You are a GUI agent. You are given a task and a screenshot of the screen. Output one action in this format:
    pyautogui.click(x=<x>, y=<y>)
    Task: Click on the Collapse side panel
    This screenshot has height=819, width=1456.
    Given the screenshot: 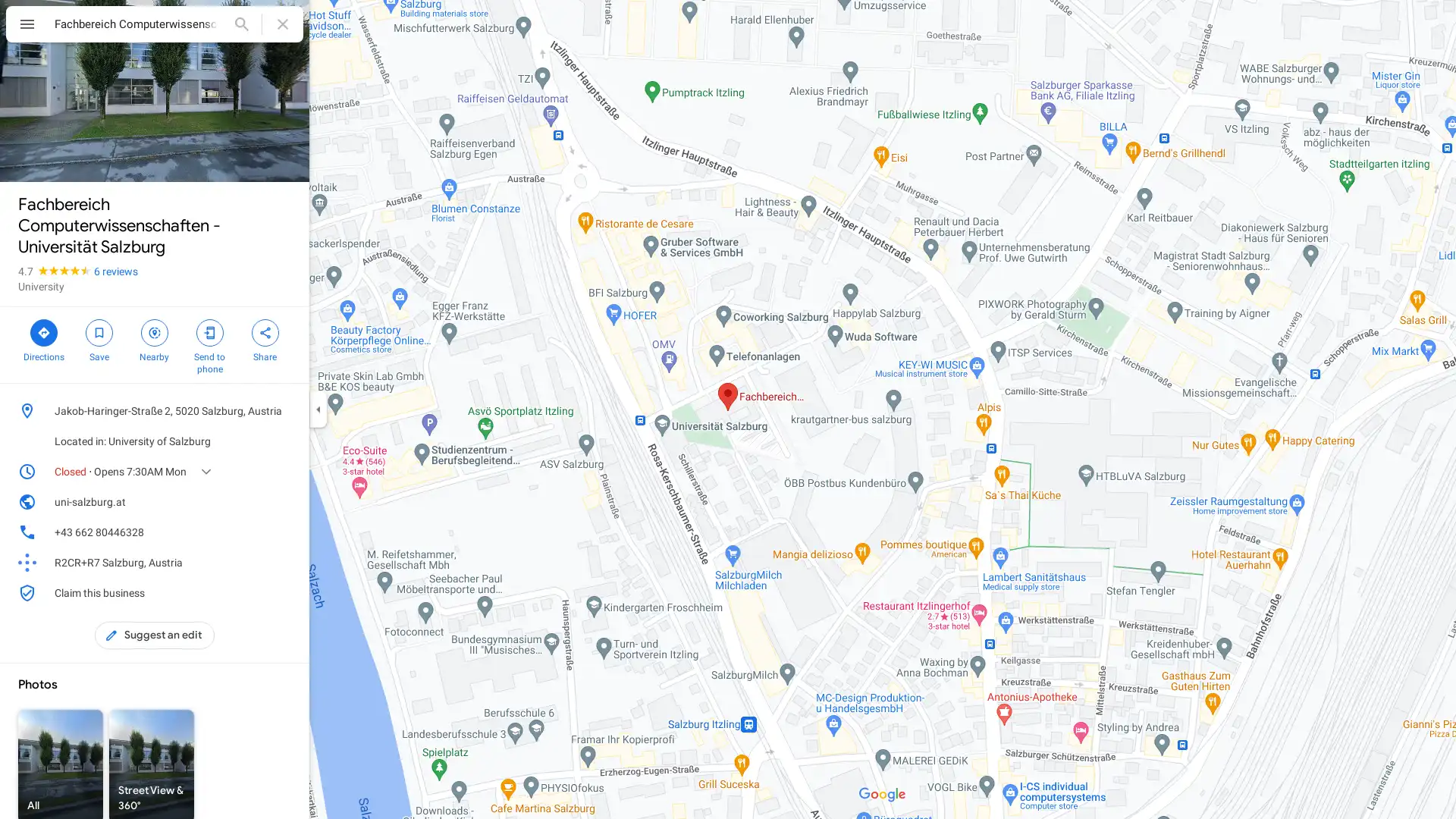 What is the action you would take?
    pyautogui.click(x=317, y=409)
    